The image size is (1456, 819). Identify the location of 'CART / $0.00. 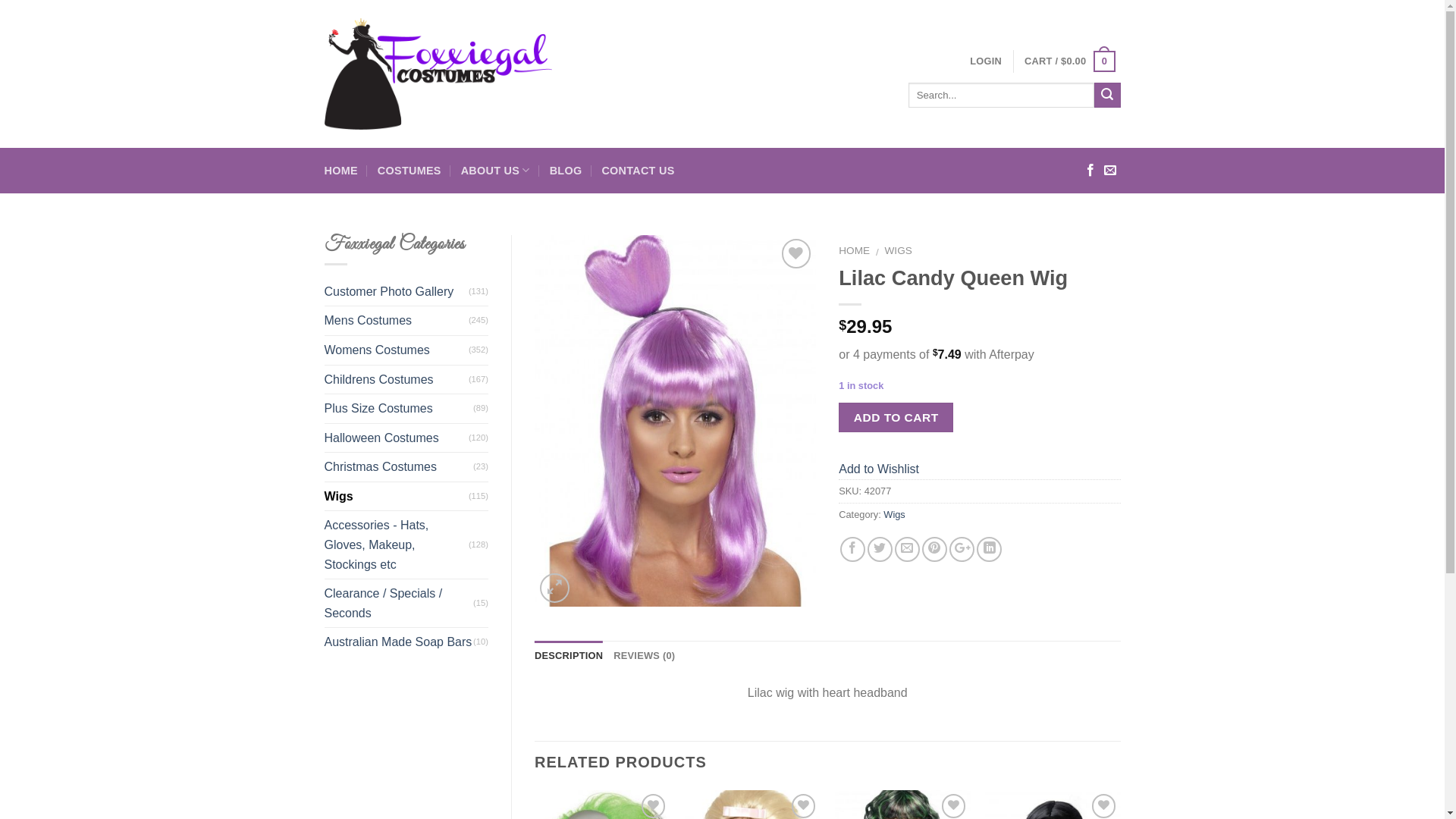
(1068, 61).